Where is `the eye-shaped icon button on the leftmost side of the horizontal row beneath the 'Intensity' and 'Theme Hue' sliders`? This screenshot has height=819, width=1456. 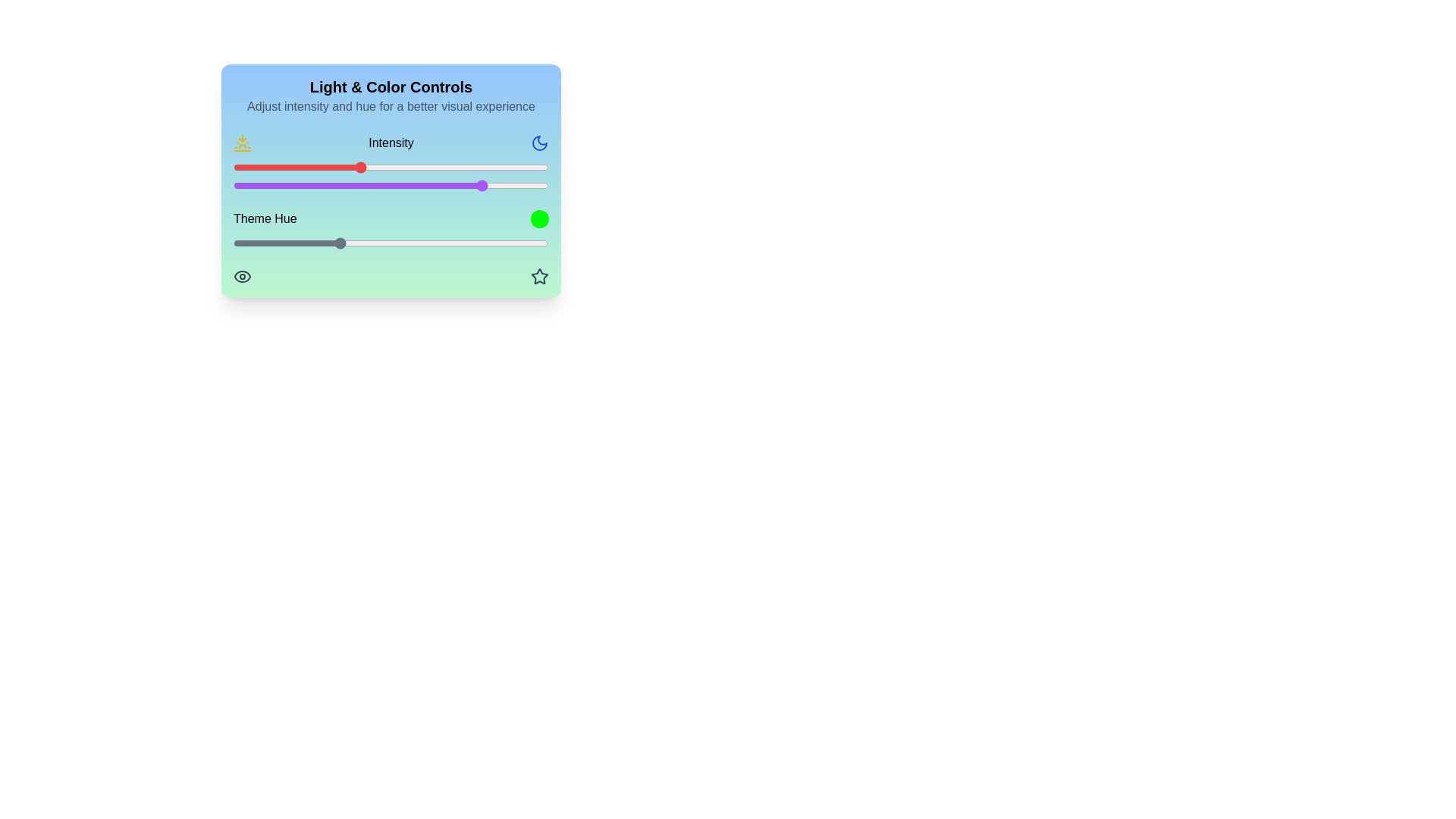
the eye-shaped icon button on the leftmost side of the horizontal row beneath the 'Intensity' and 'Theme Hue' sliders is located at coordinates (243, 277).